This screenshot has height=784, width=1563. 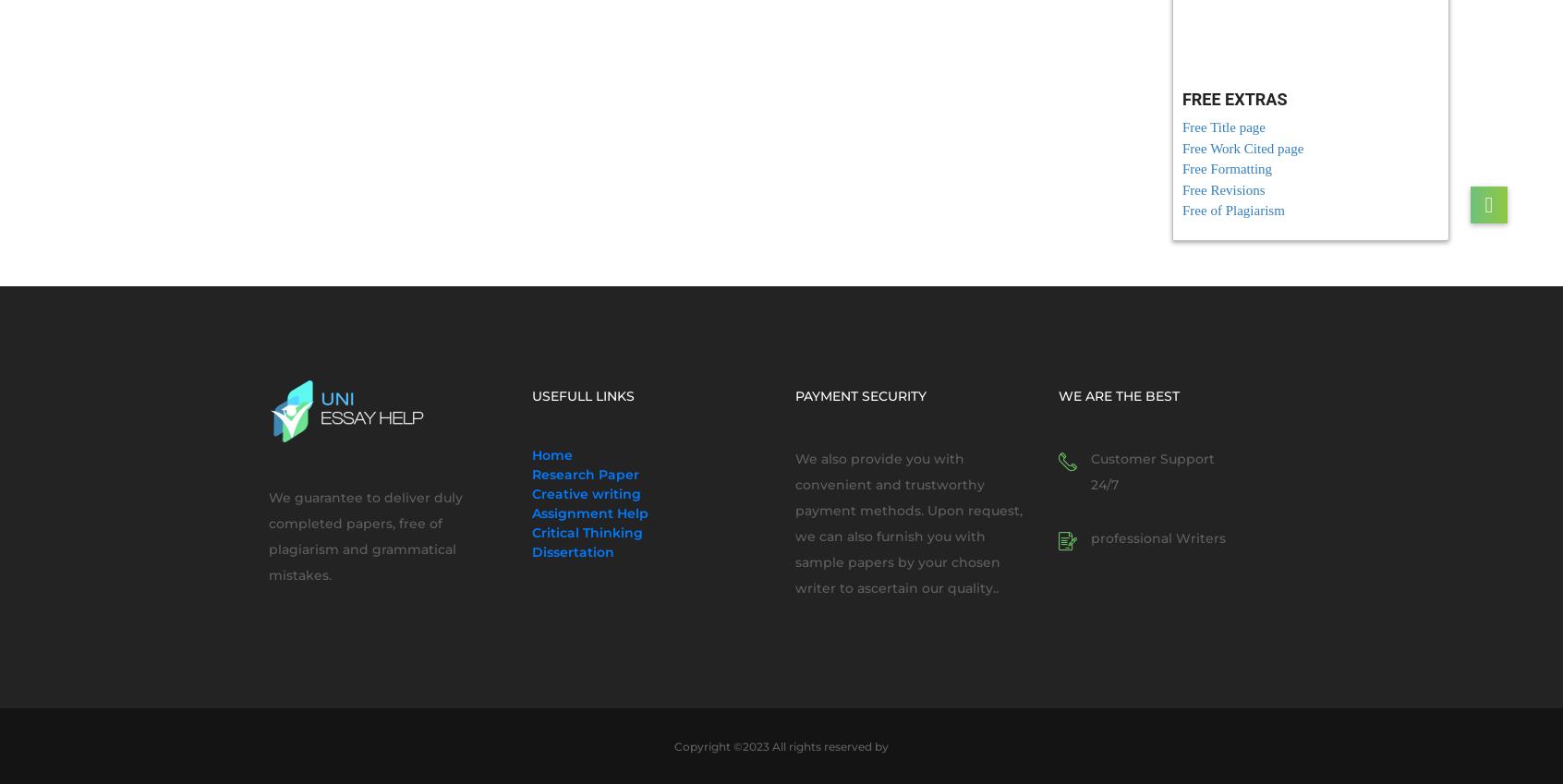 I want to click on 'We guarantee to deliver duly completed papers, free of plagiarism and grammatical mistakes.', so click(x=365, y=535).